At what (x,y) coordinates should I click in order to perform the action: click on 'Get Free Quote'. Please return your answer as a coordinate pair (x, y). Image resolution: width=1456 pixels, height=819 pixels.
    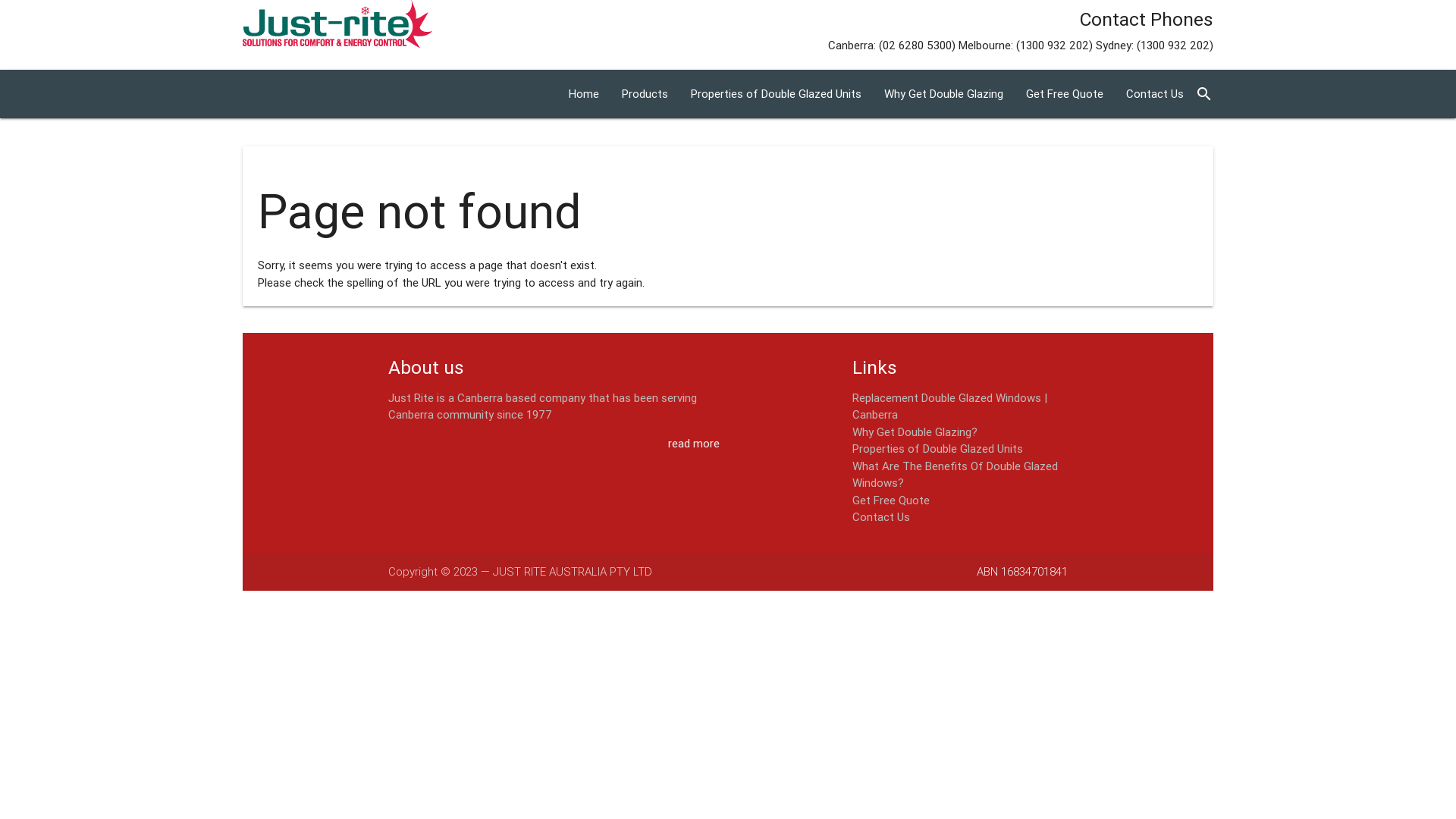
    Looking at the image, I should click on (891, 500).